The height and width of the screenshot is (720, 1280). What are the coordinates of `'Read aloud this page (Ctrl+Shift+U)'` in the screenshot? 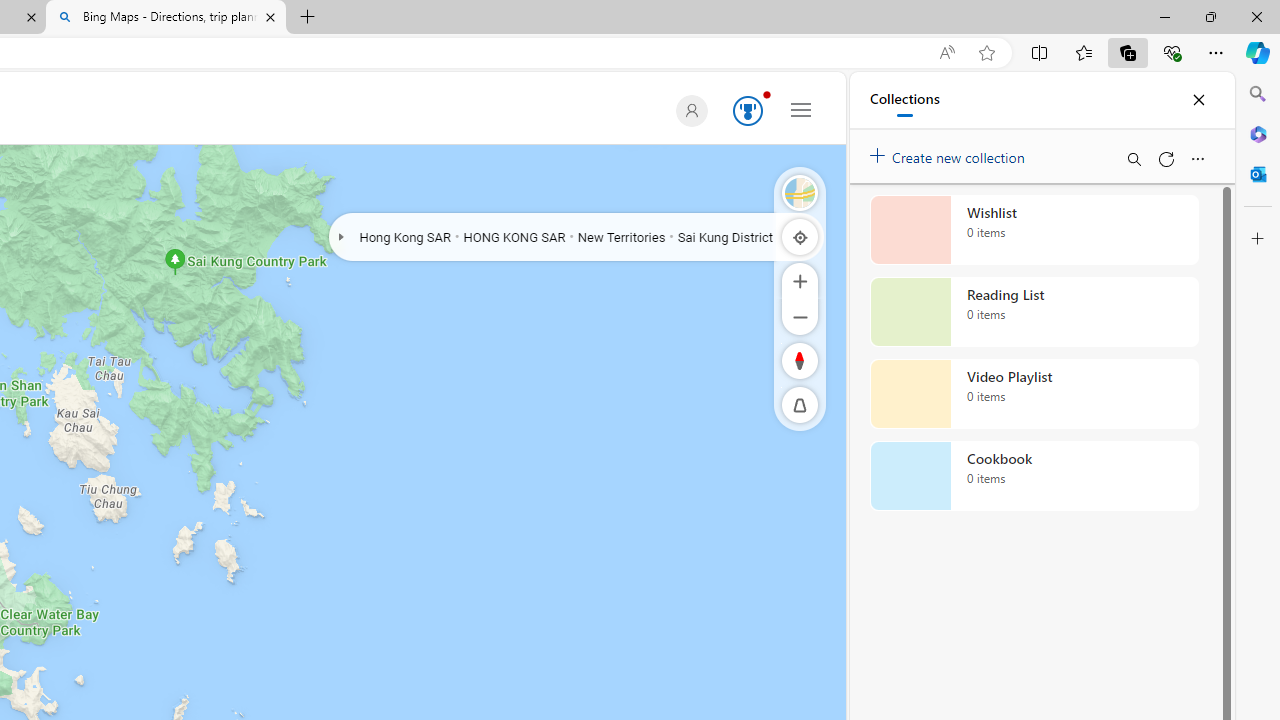 It's located at (945, 52).